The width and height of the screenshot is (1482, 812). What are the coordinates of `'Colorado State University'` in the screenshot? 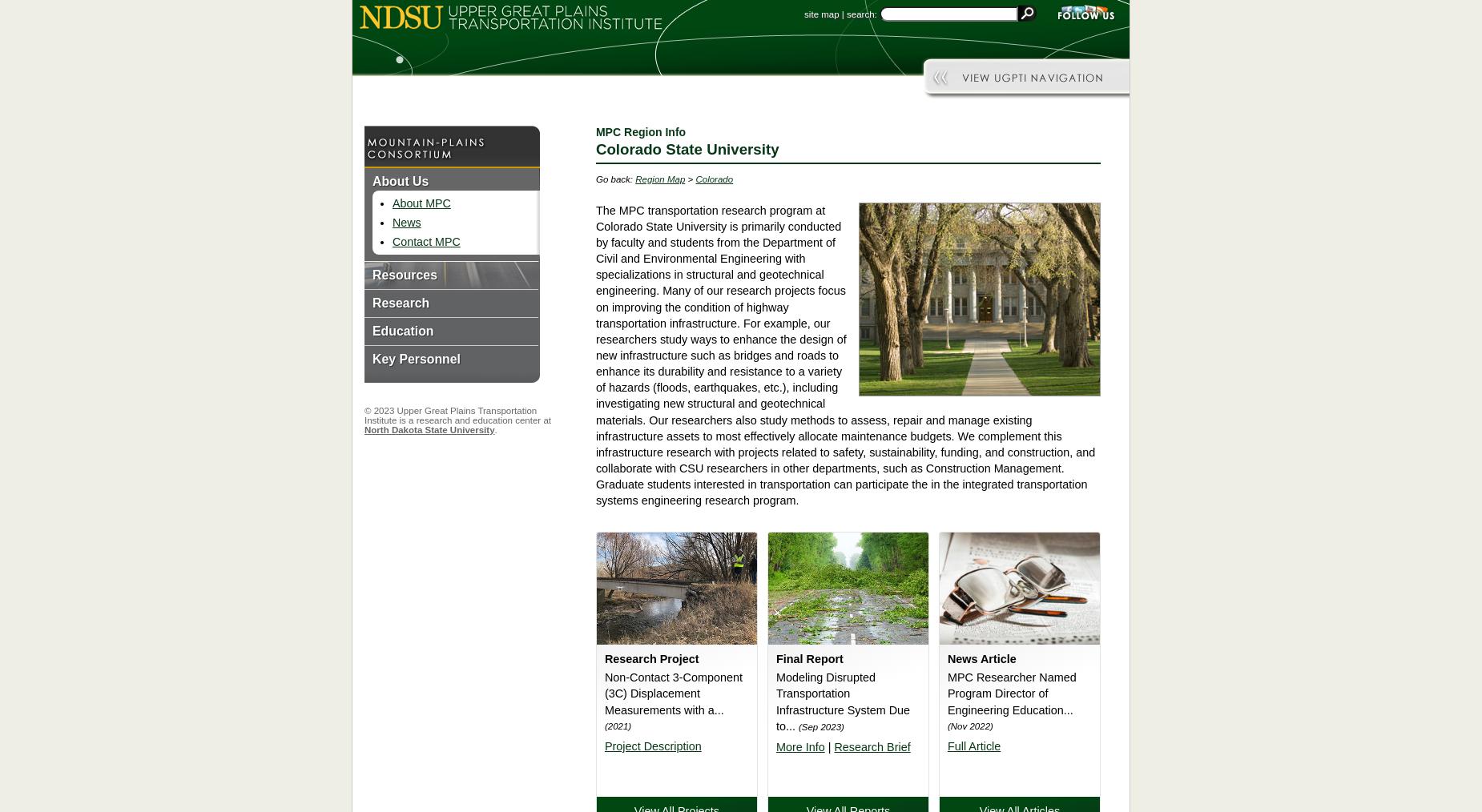 It's located at (687, 148).